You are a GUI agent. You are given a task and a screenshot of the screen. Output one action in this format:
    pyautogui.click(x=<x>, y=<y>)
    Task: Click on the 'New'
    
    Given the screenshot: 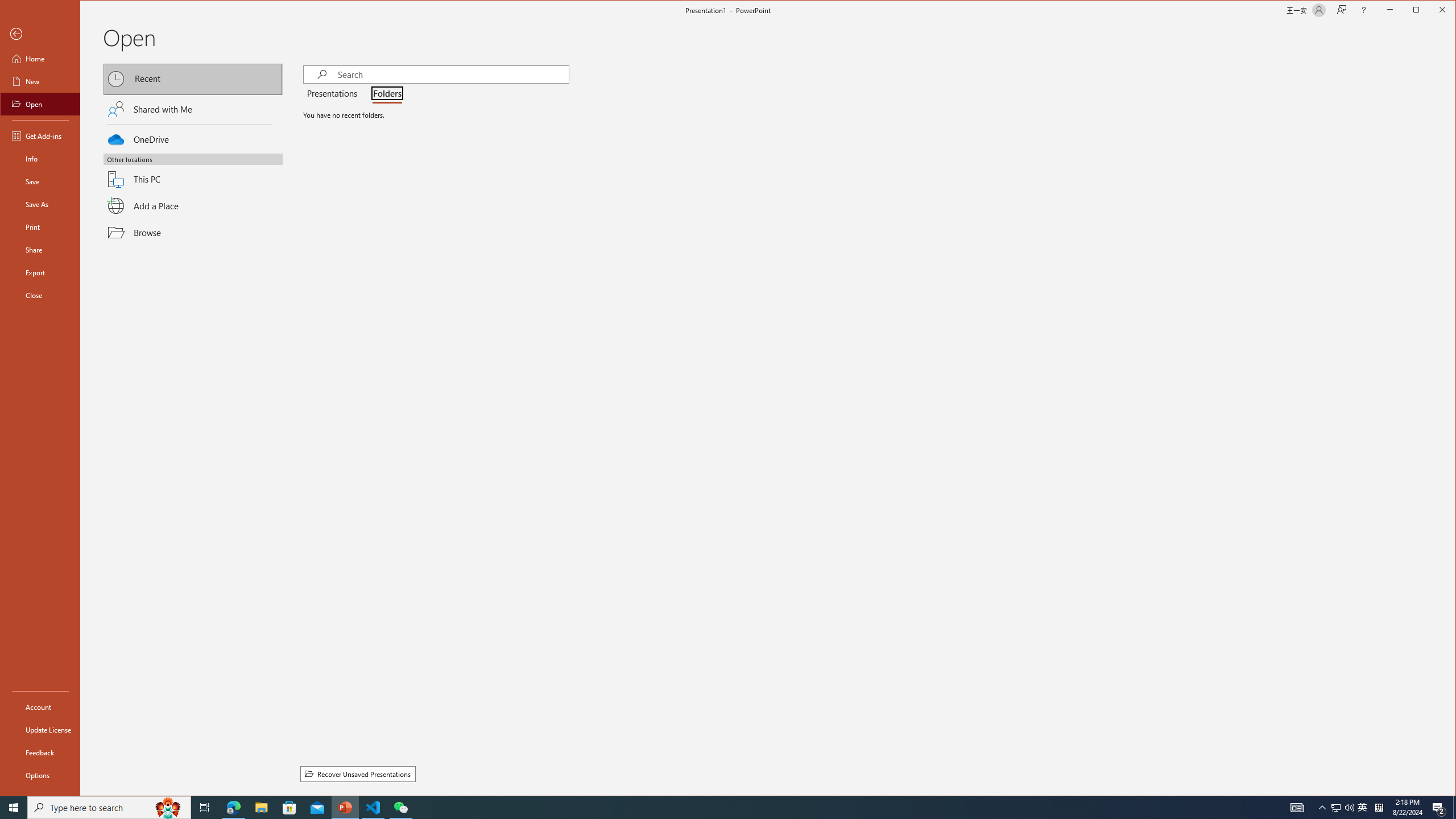 What is the action you would take?
    pyautogui.click(x=39, y=80)
    